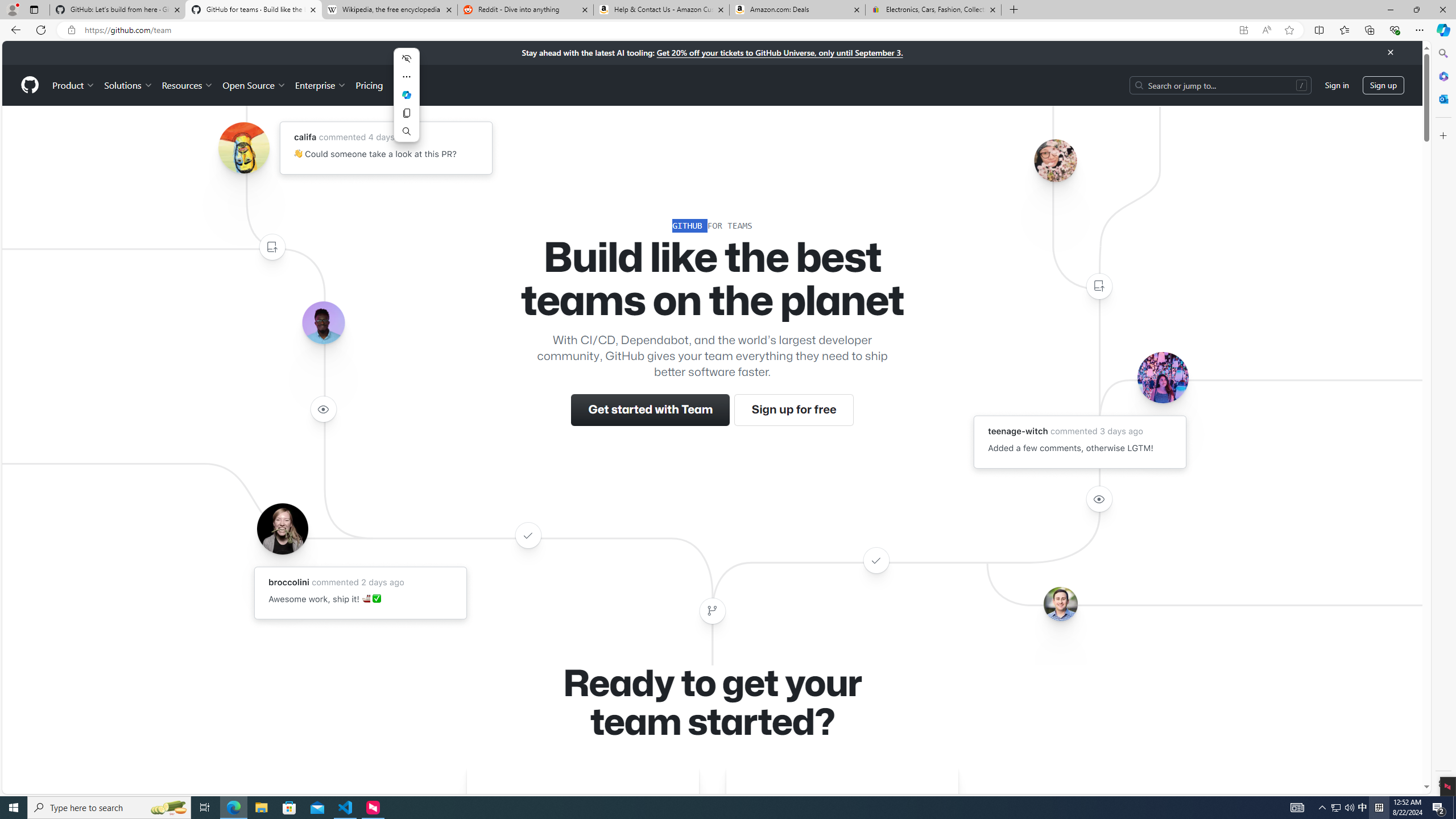 The width and height of the screenshot is (1456, 819). Describe the element at coordinates (406, 101) in the screenshot. I see `'Mini menu on text selection'` at that location.